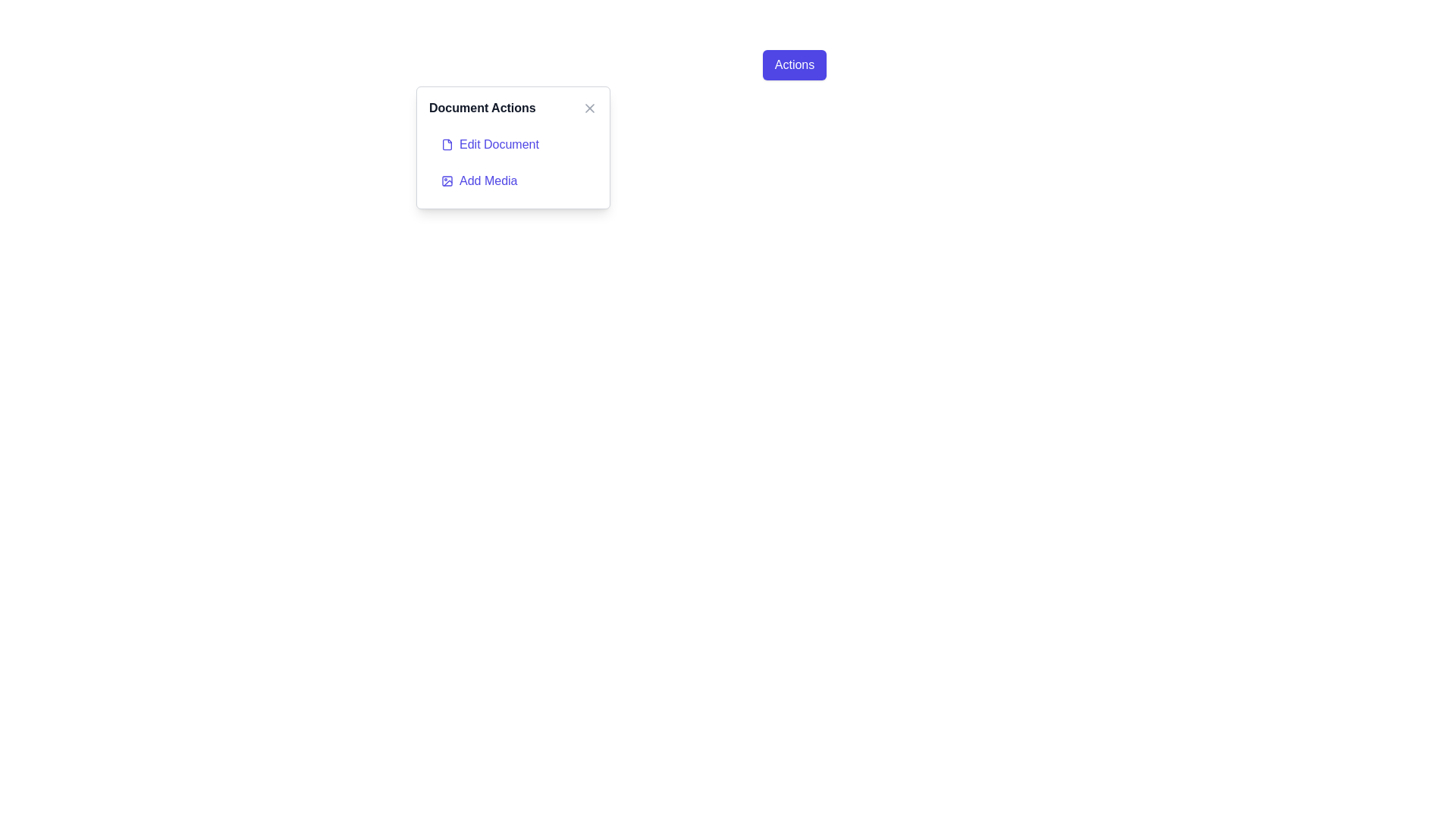  What do you see at coordinates (447, 145) in the screenshot?
I see `the document file icon located at the top left of the 'Document Actions' popup, which precedes the 'Edit Document' option` at bounding box center [447, 145].